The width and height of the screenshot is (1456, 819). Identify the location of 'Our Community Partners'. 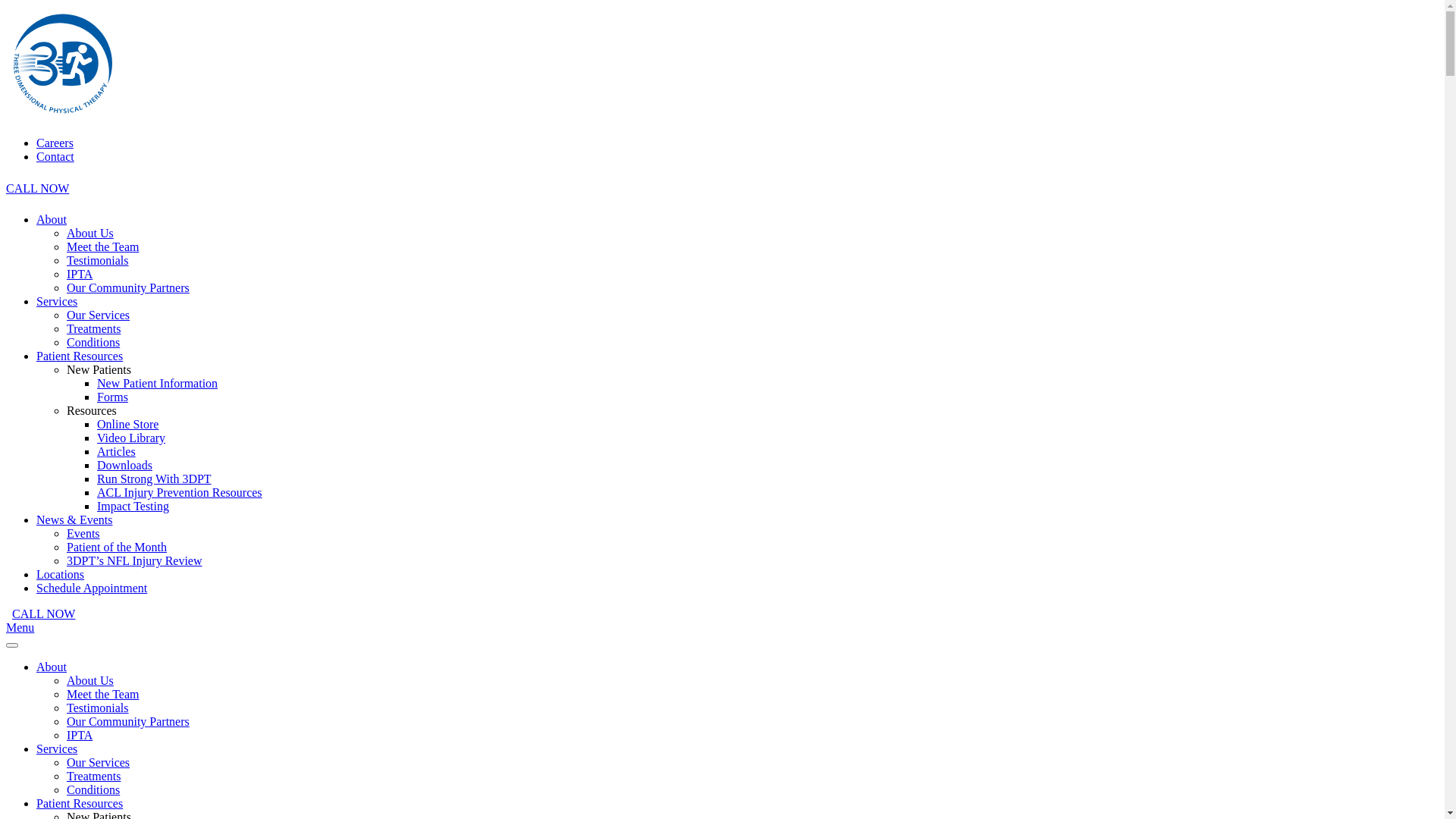
(127, 287).